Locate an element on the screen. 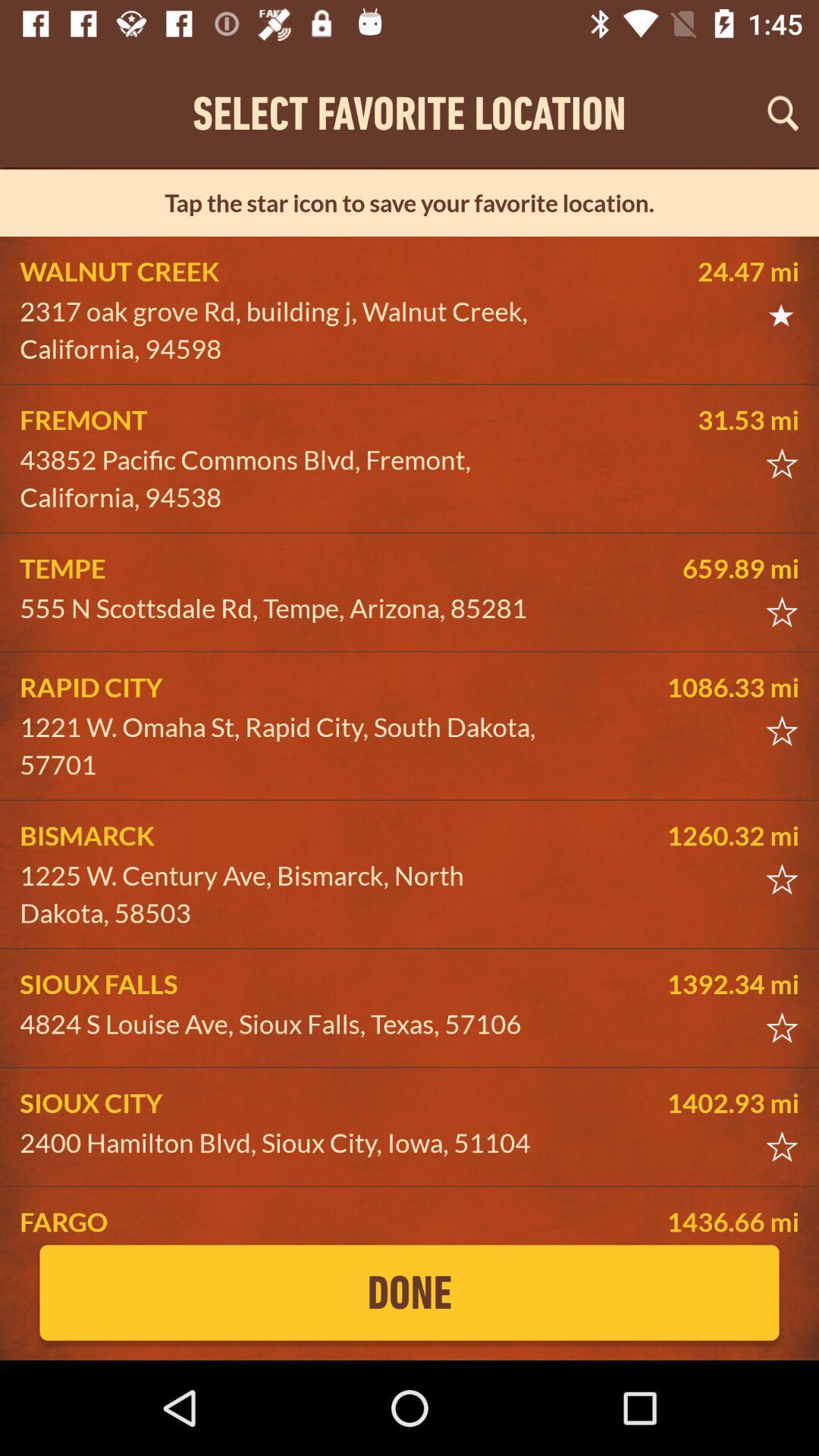 The height and width of the screenshot is (1456, 819). the 1260.32 mi icon is located at coordinates (685, 835).